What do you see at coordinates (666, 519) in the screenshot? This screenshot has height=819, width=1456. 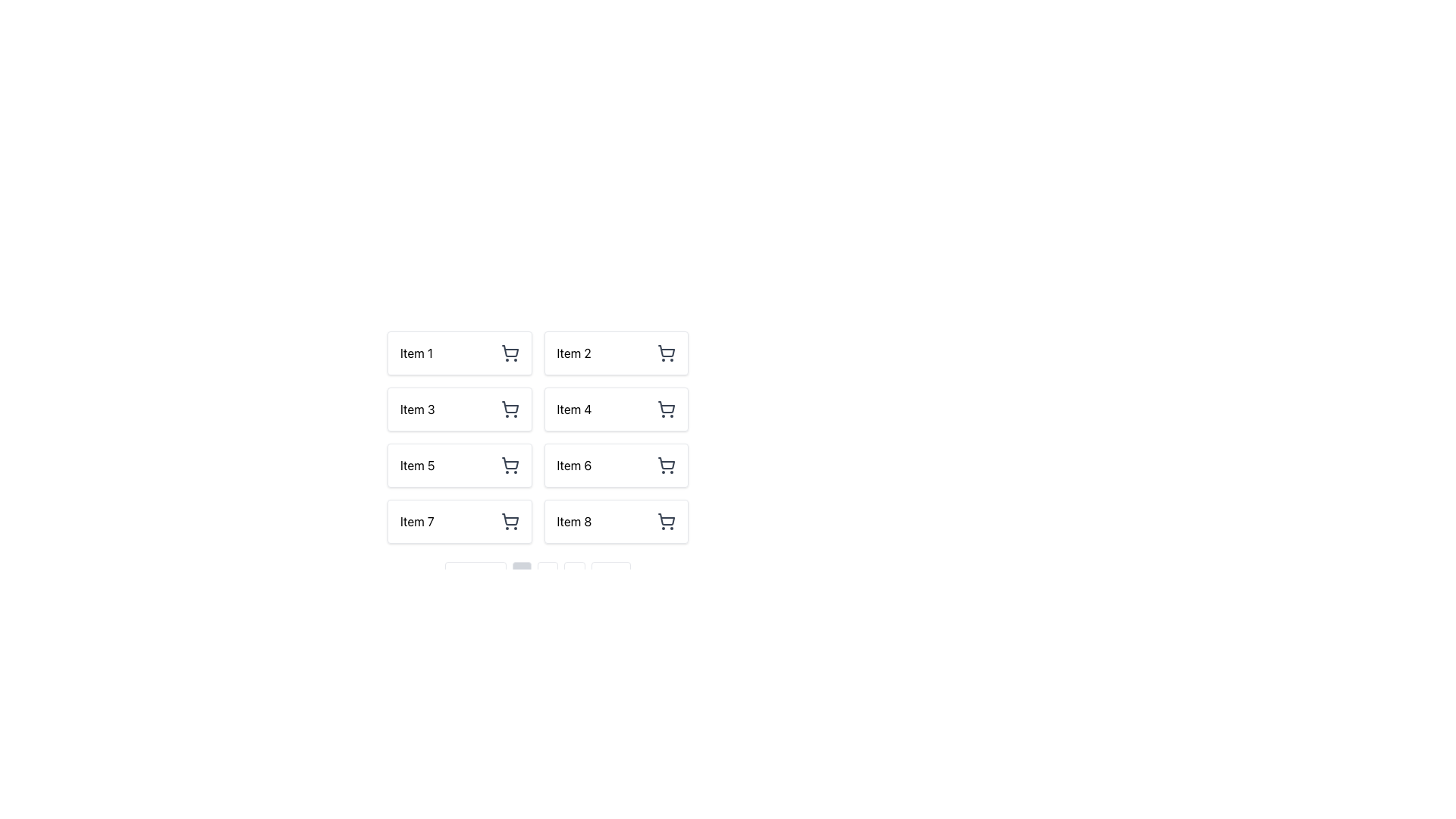 I see `the shopping cart icon located in the last cell of the second column` at bounding box center [666, 519].